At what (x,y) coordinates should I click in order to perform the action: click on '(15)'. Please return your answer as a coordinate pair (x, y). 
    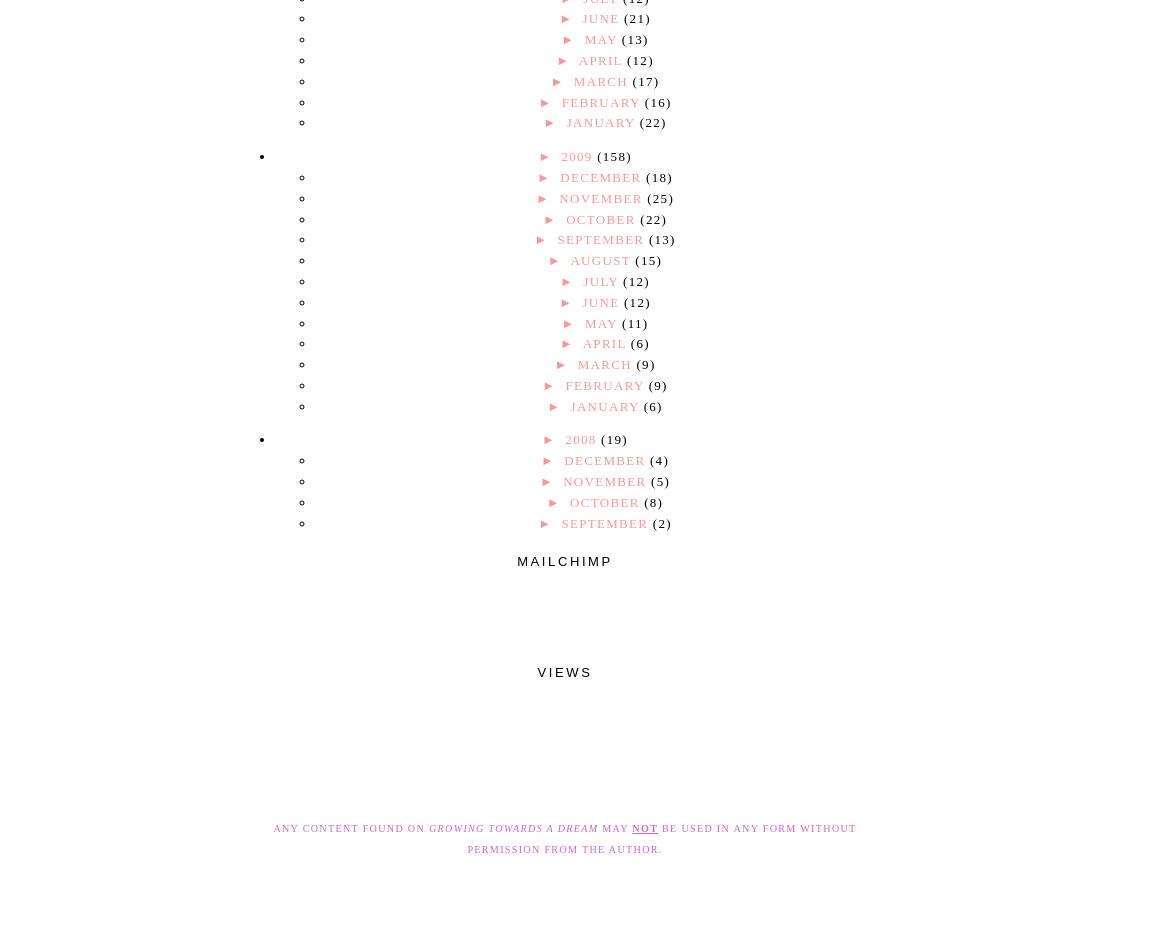
    Looking at the image, I should click on (634, 259).